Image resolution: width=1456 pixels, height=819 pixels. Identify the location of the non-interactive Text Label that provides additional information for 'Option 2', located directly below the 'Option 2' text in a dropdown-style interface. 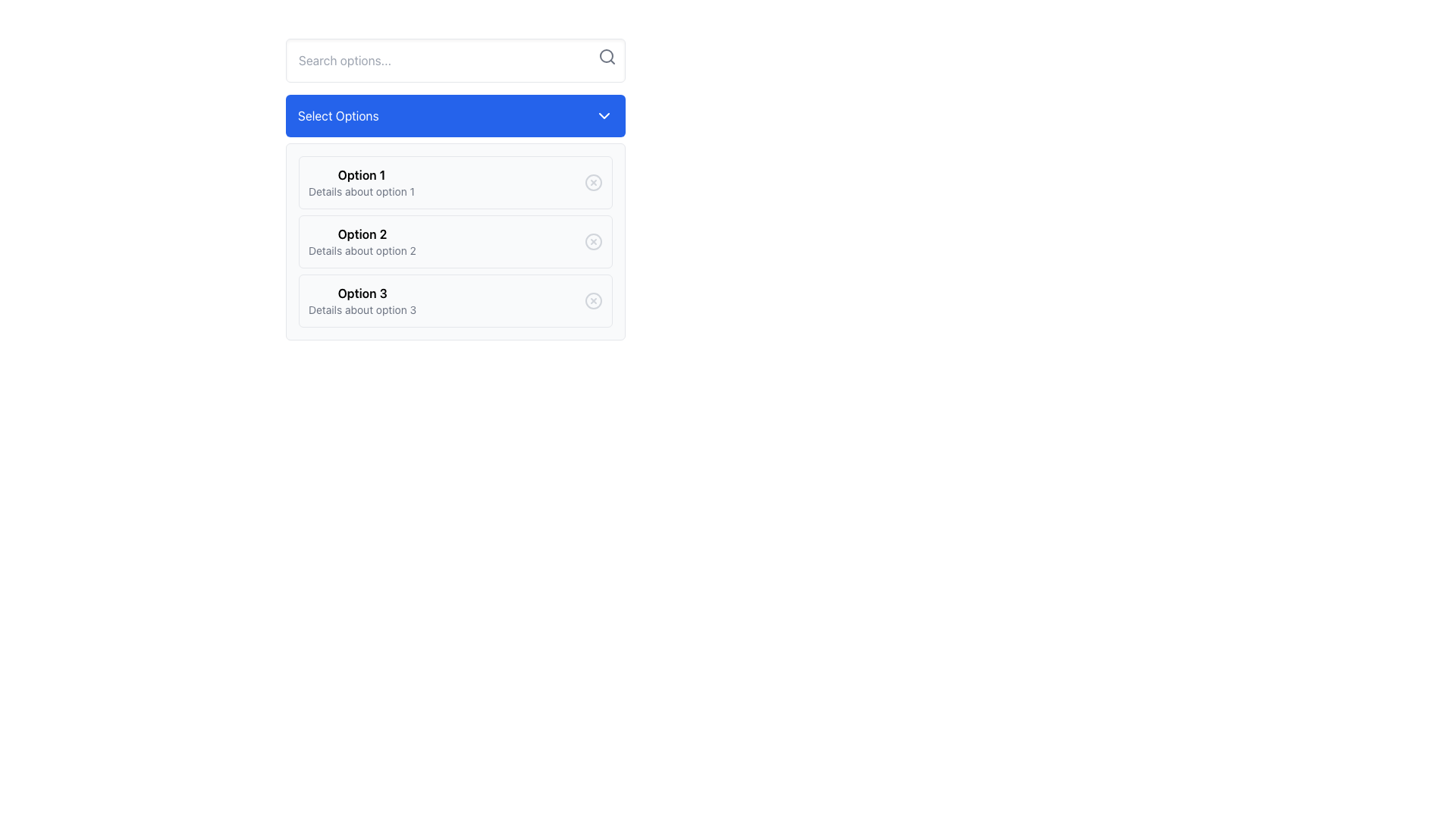
(361, 250).